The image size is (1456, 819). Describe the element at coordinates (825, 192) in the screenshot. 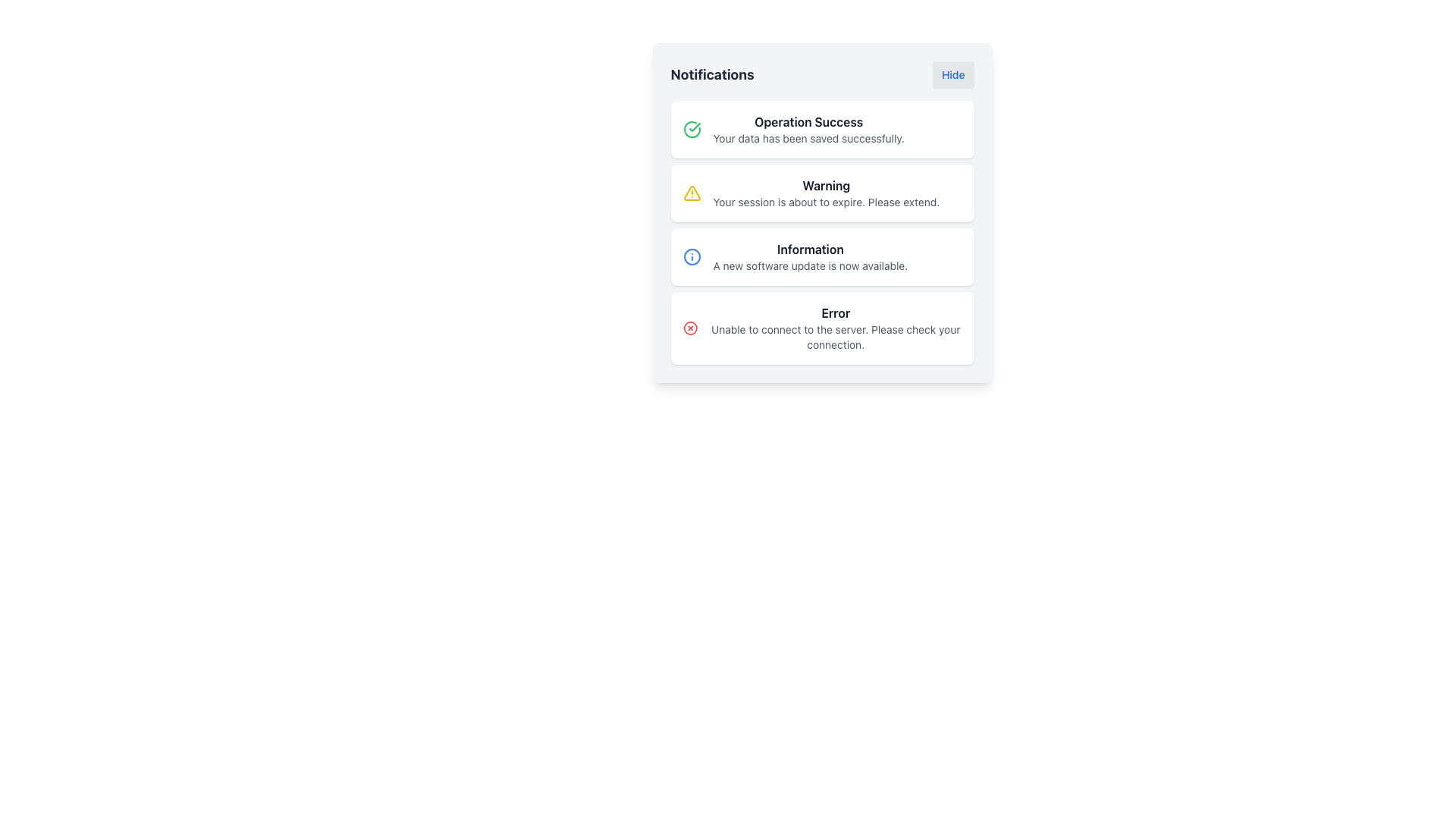

I see `the warning displayed in the second notification card below the 'Operation Success' card and above the 'Information' card` at that location.